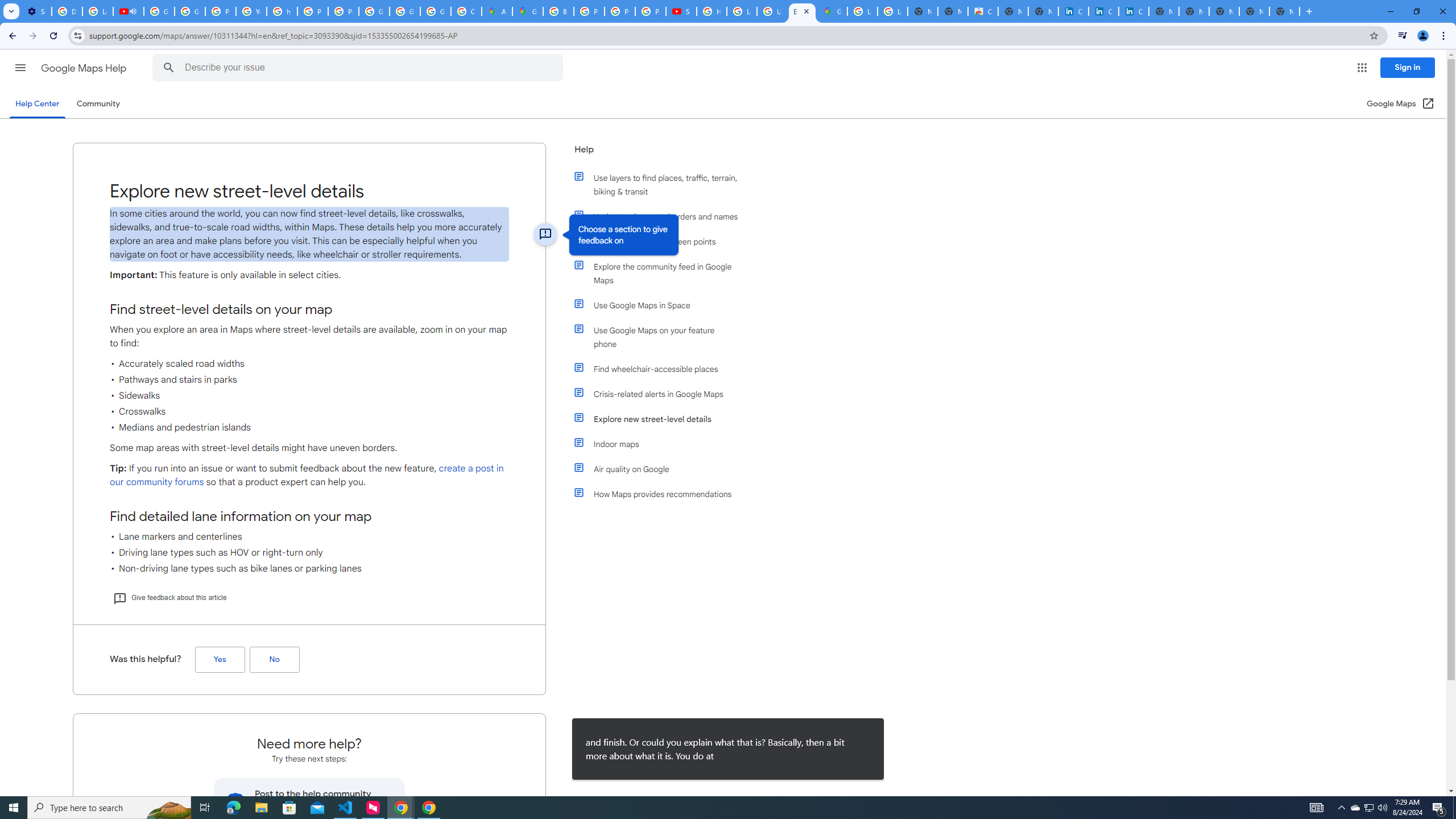 The width and height of the screenshot is (1456, 819). What do you see at coordinates (661, 336) in the screenshot?
I see `'Use Google Maps on your feature phone'` at bounding box center [661, 336].